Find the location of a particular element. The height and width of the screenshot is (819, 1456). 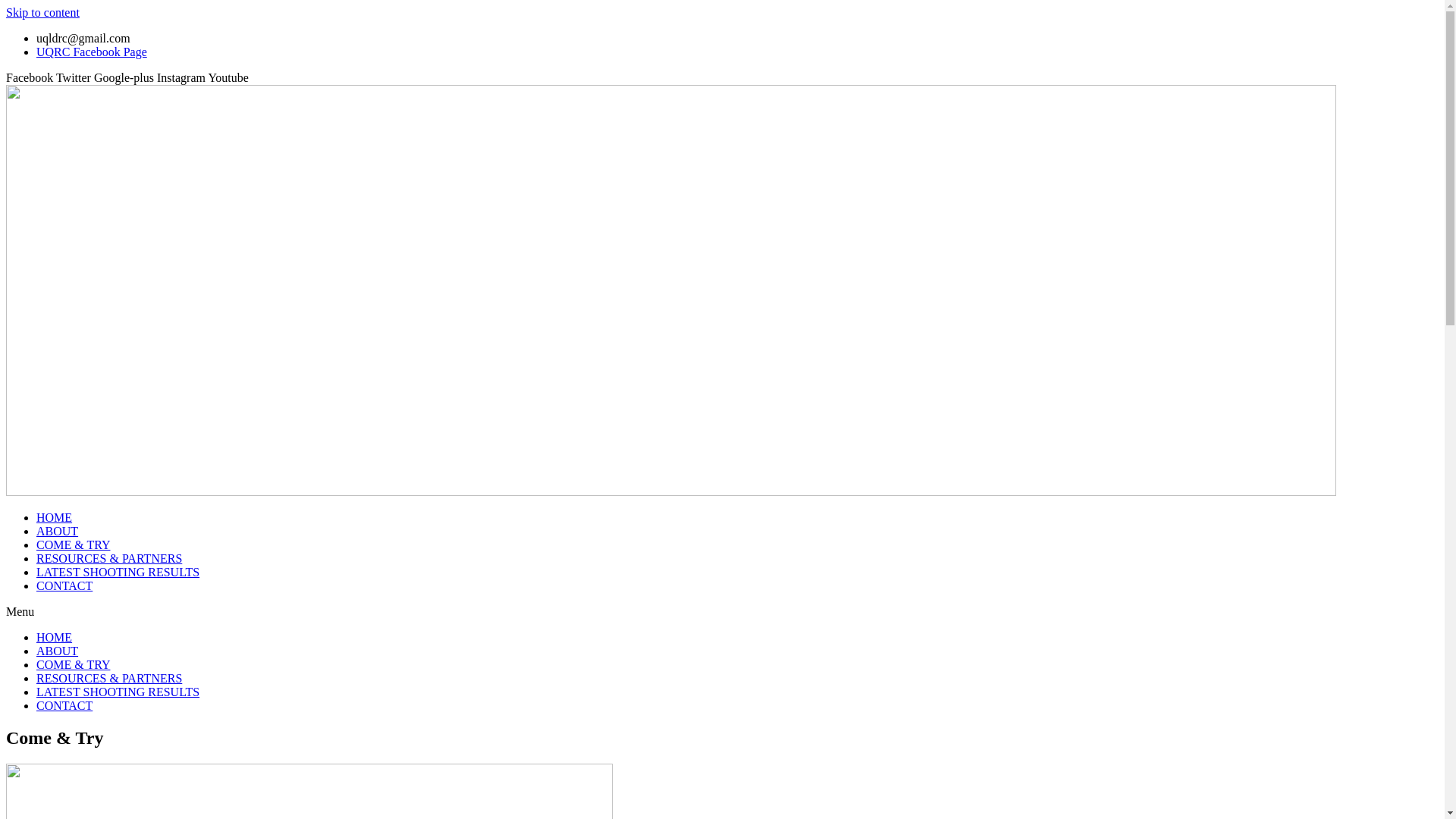

'UQRC Facebook Page' is located at coordinates (90, 51).